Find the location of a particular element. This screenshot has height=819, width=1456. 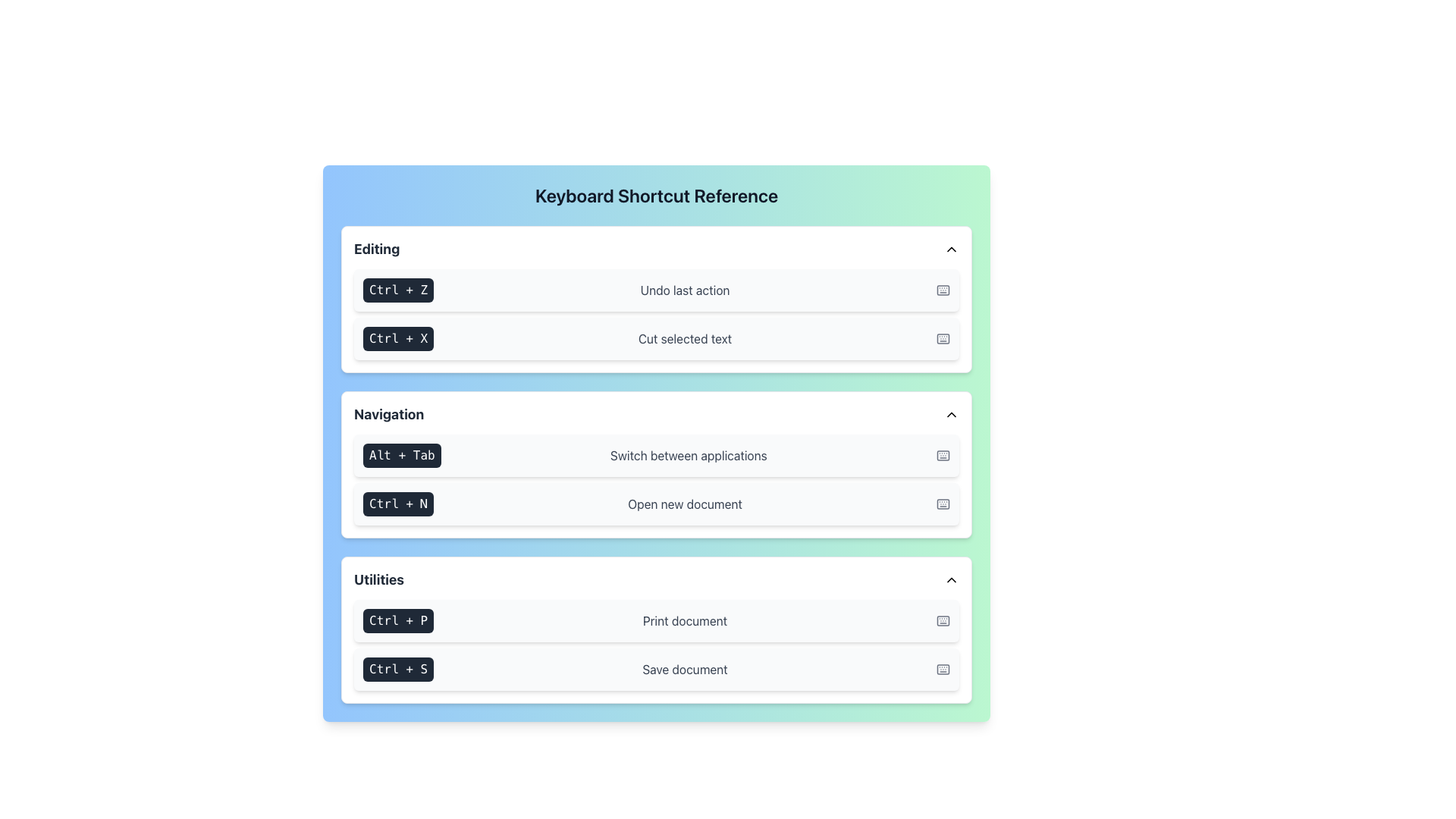

text from the Static Text Label that describes the keyboard shortcut functionality for 'Ctrl + N' in the Navigation section is located at coordinates (684, 504).